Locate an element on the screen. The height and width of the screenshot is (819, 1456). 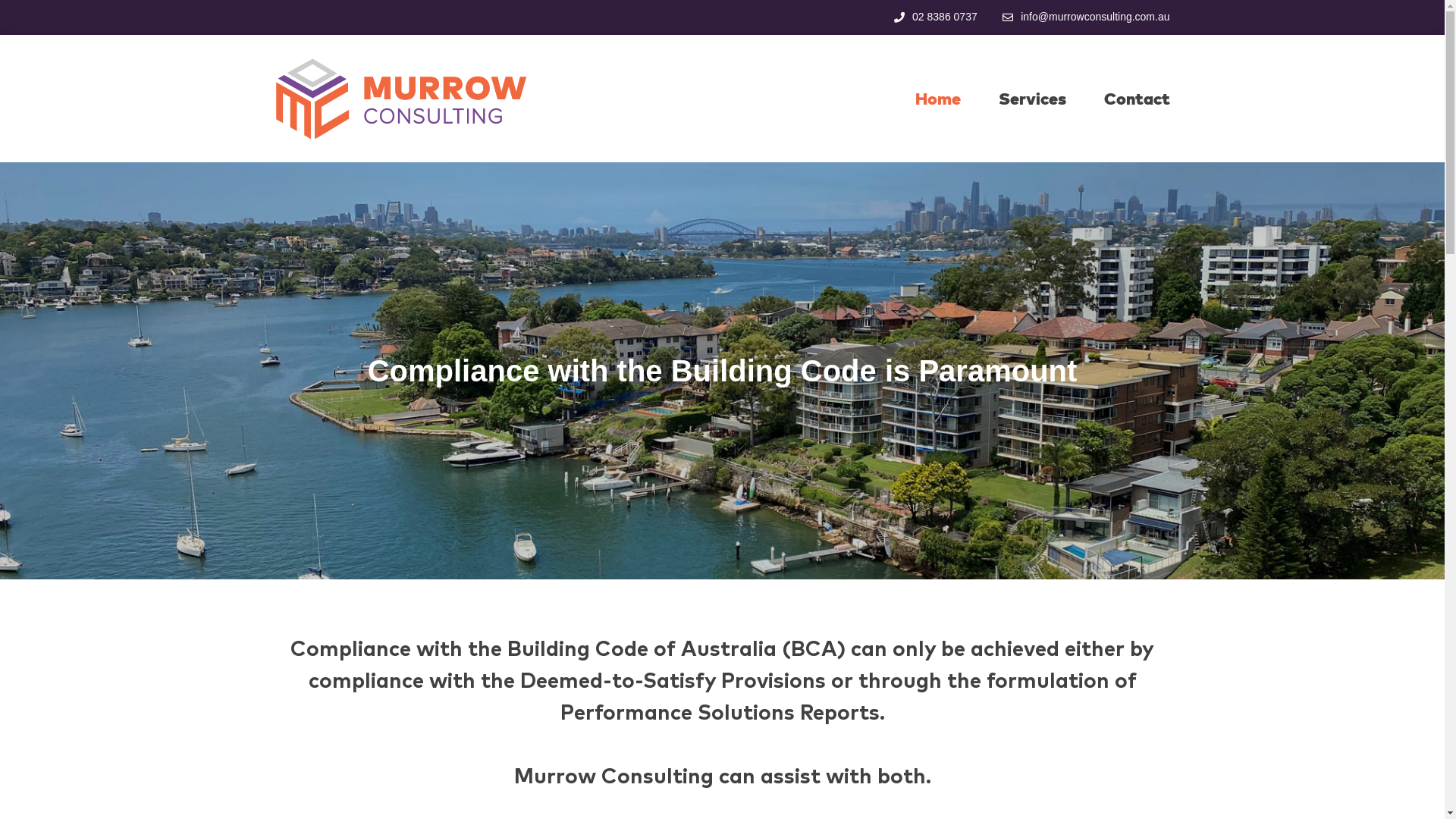
'Services' is located at coordinates (1031, 99).